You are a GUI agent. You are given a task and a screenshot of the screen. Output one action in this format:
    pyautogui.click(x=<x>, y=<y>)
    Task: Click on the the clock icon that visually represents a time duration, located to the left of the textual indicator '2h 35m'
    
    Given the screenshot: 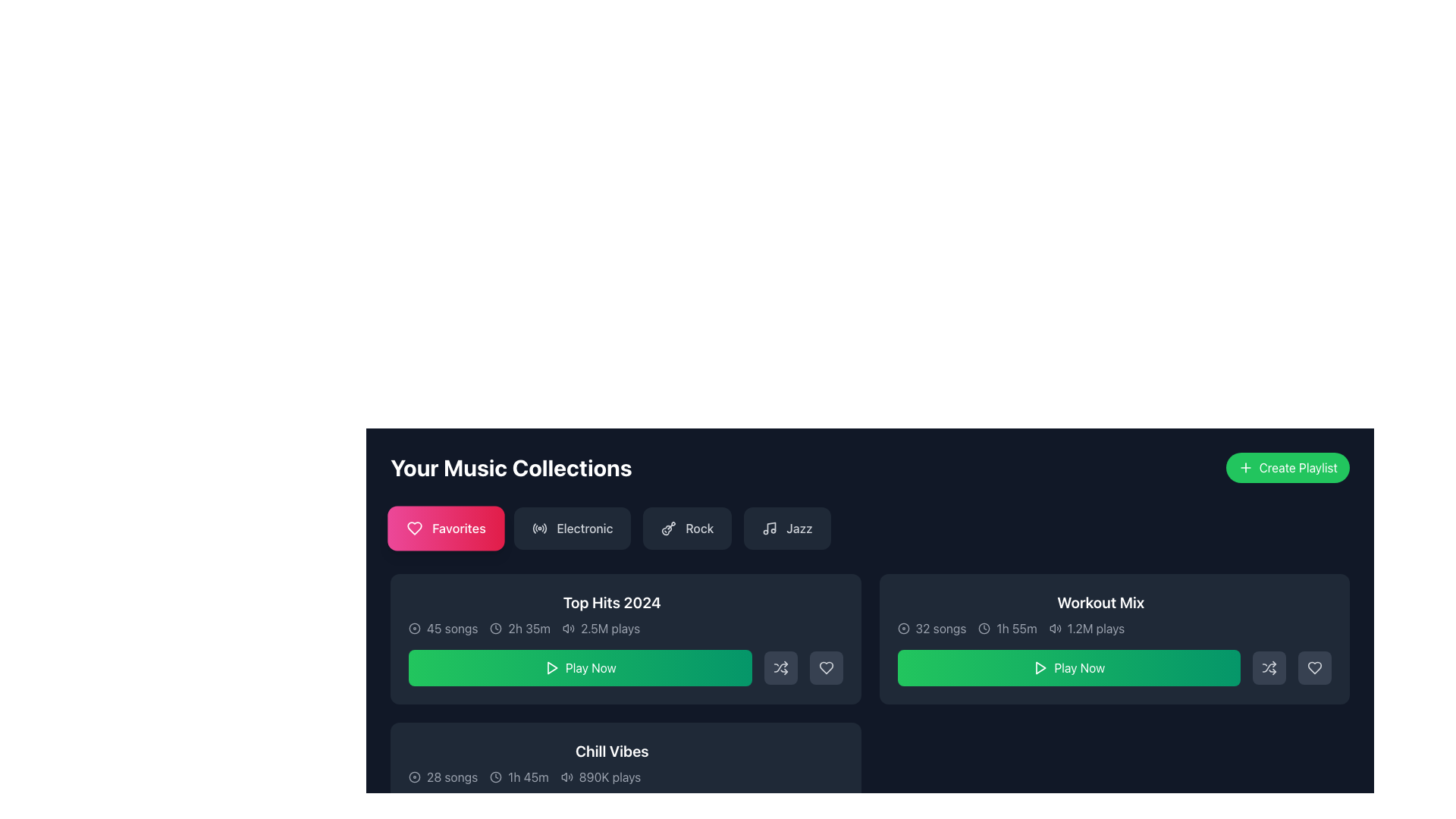 What is the action you would take?
    pyautogui.click(x=496, y=629)
    